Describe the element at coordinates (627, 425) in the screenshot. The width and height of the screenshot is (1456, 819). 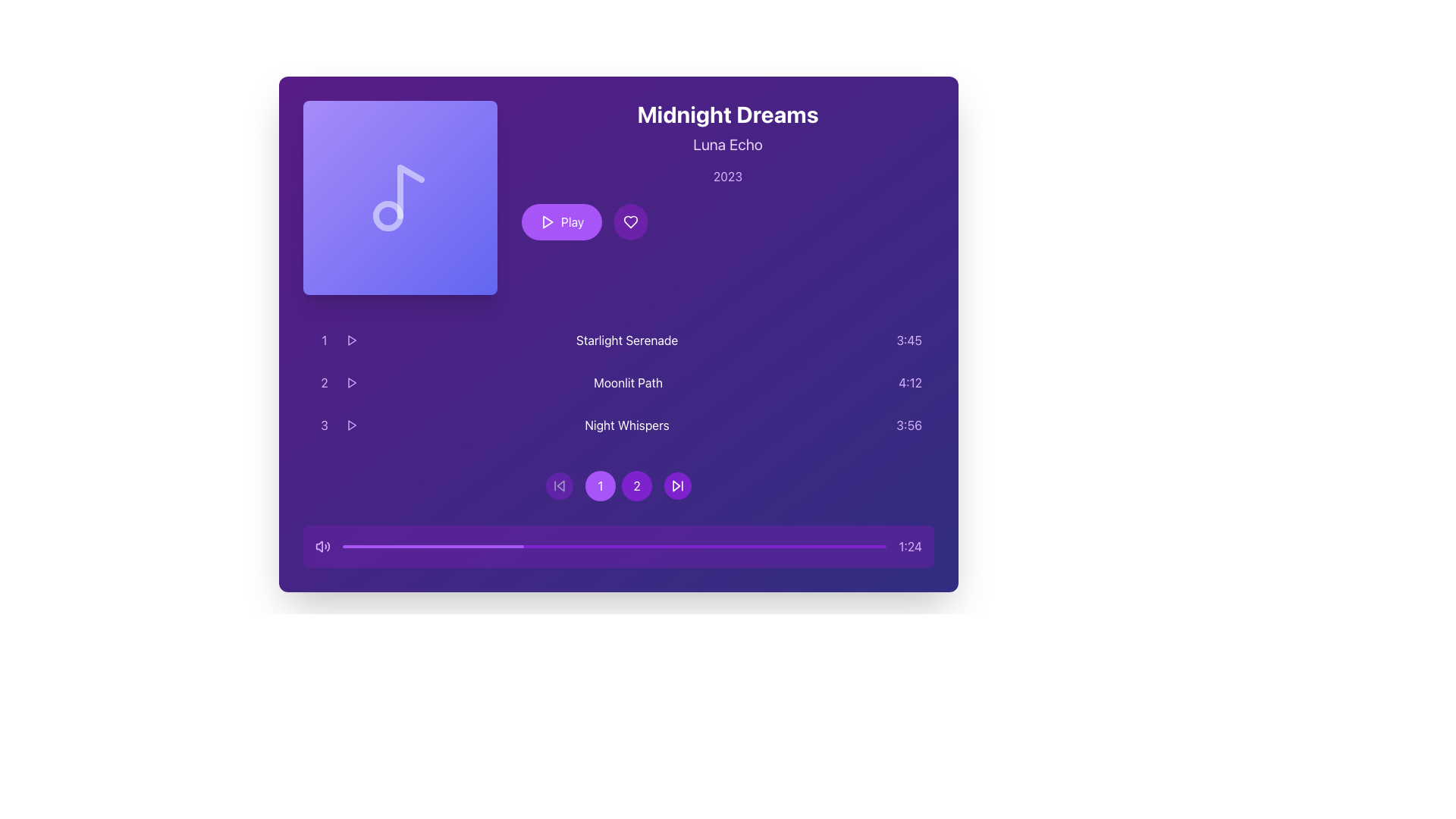
I see `the title label for the song 'Night Whispers' located in the third row of the song list, which is centrally aligned between the play icon and the song duration` at that location.